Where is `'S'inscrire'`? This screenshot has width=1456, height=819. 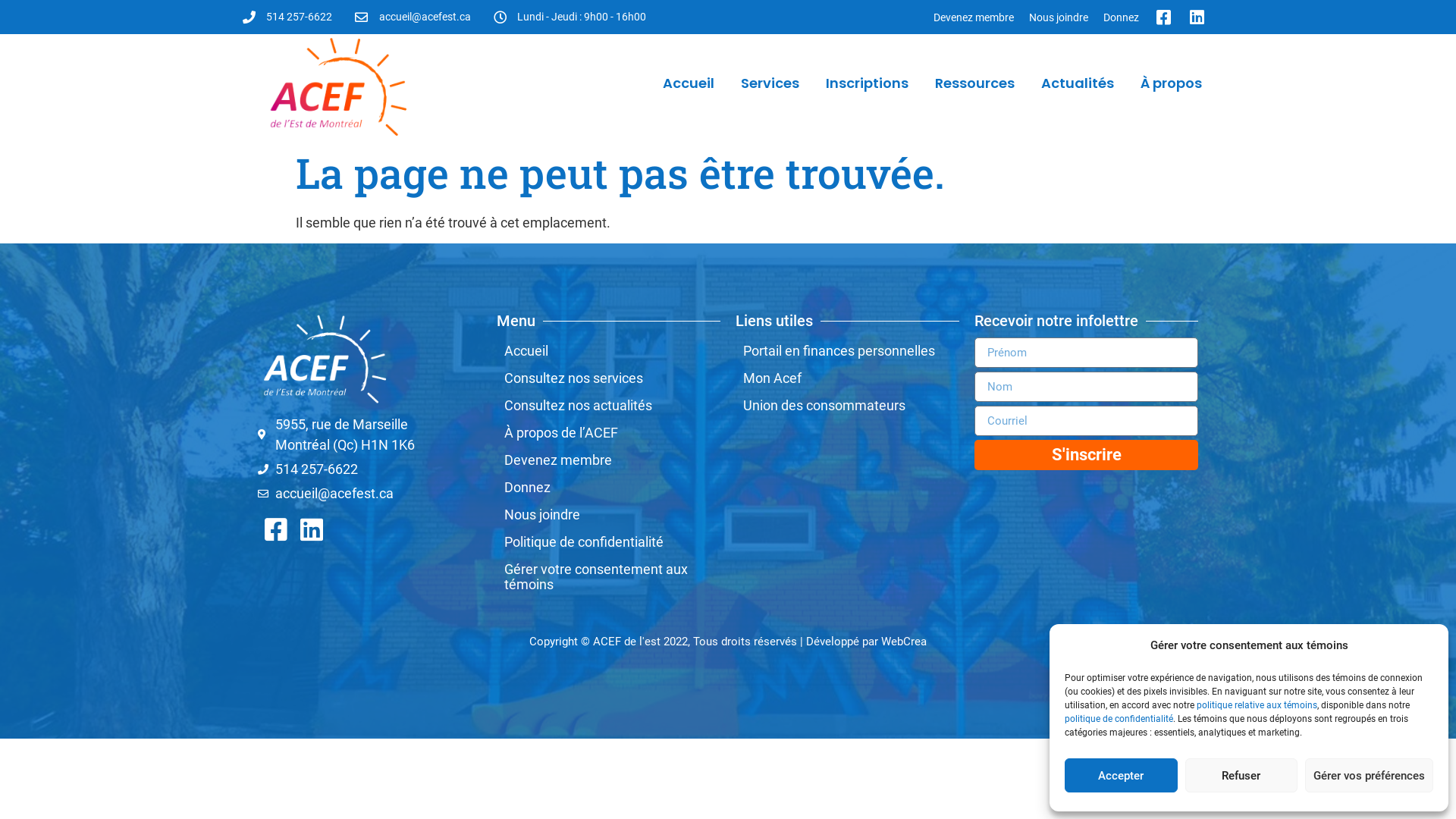
'S'inscrire' is located at coordinates (1085, 454).